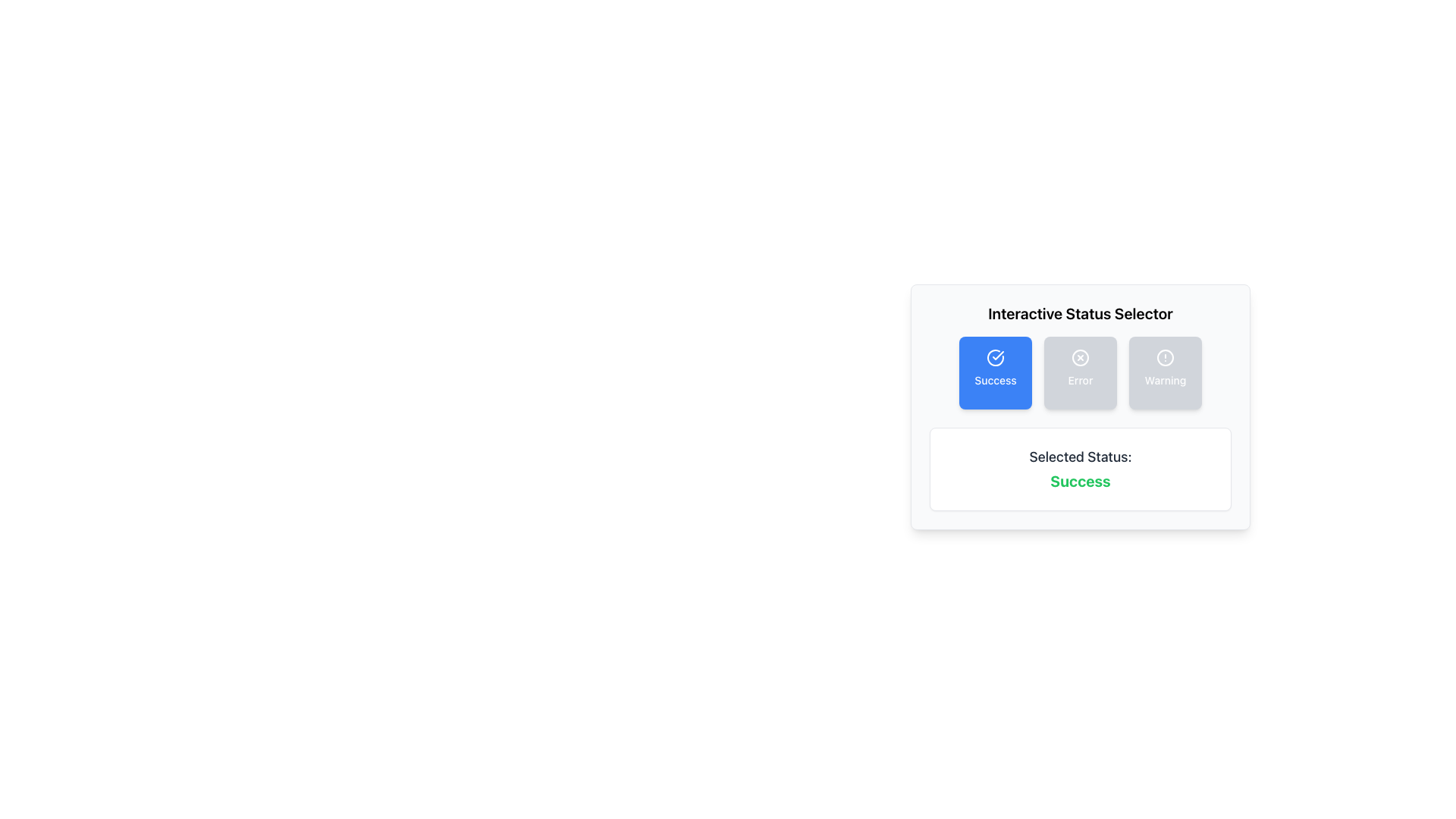 The height and width of the screenshot is (819, 1456). What do you see at coordinates (996, 373) in the screenshot?
I see `the 'Success' button, which is the first button from the left in a horizontal row of three buttons` at bounding box center [996, 373].